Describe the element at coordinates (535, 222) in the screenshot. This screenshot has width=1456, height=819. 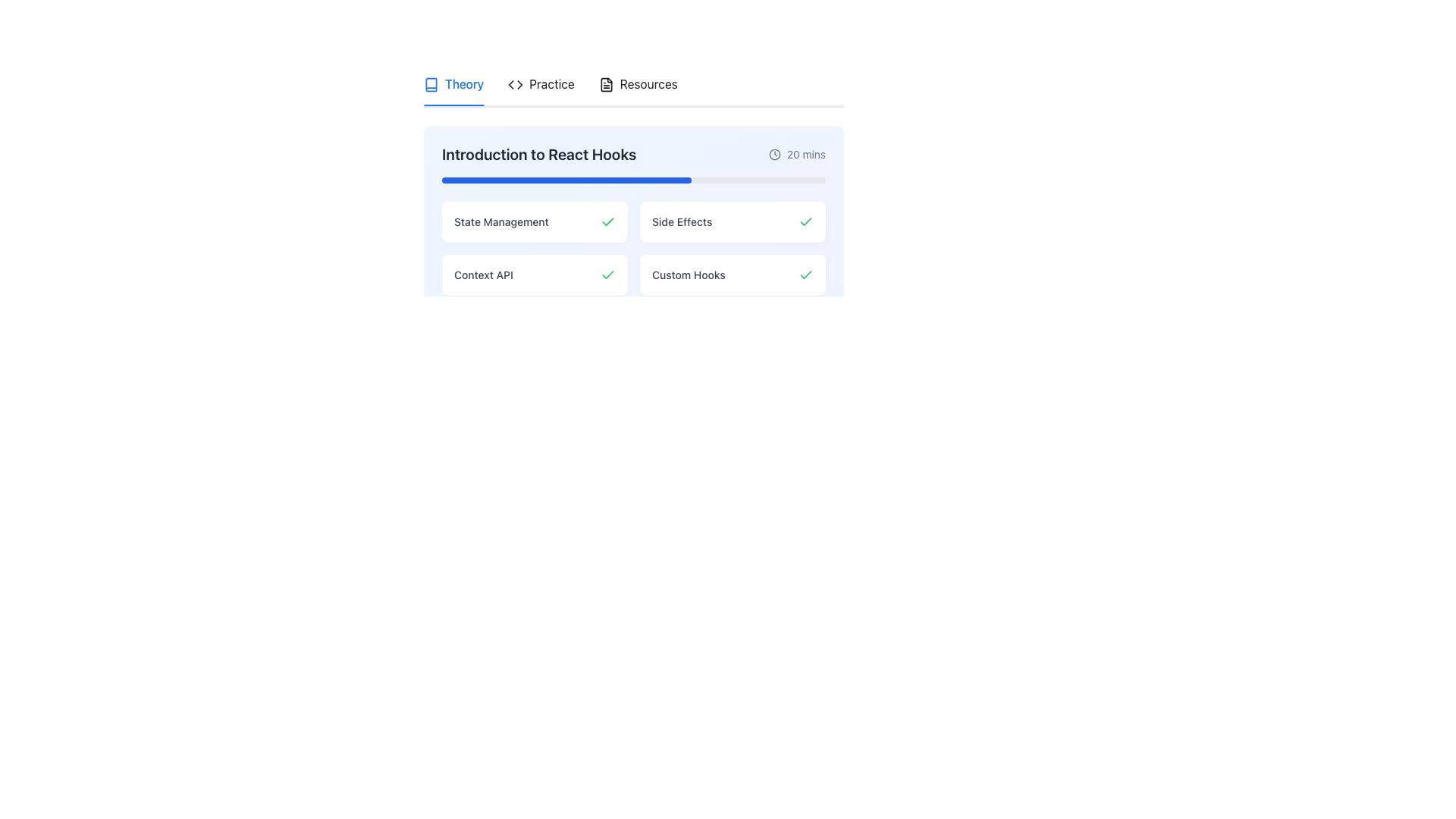
I see `'State Management' label with the green checkmark icon located in the top-left corner of the section below 'Introduction to React Hooks'` at that location.